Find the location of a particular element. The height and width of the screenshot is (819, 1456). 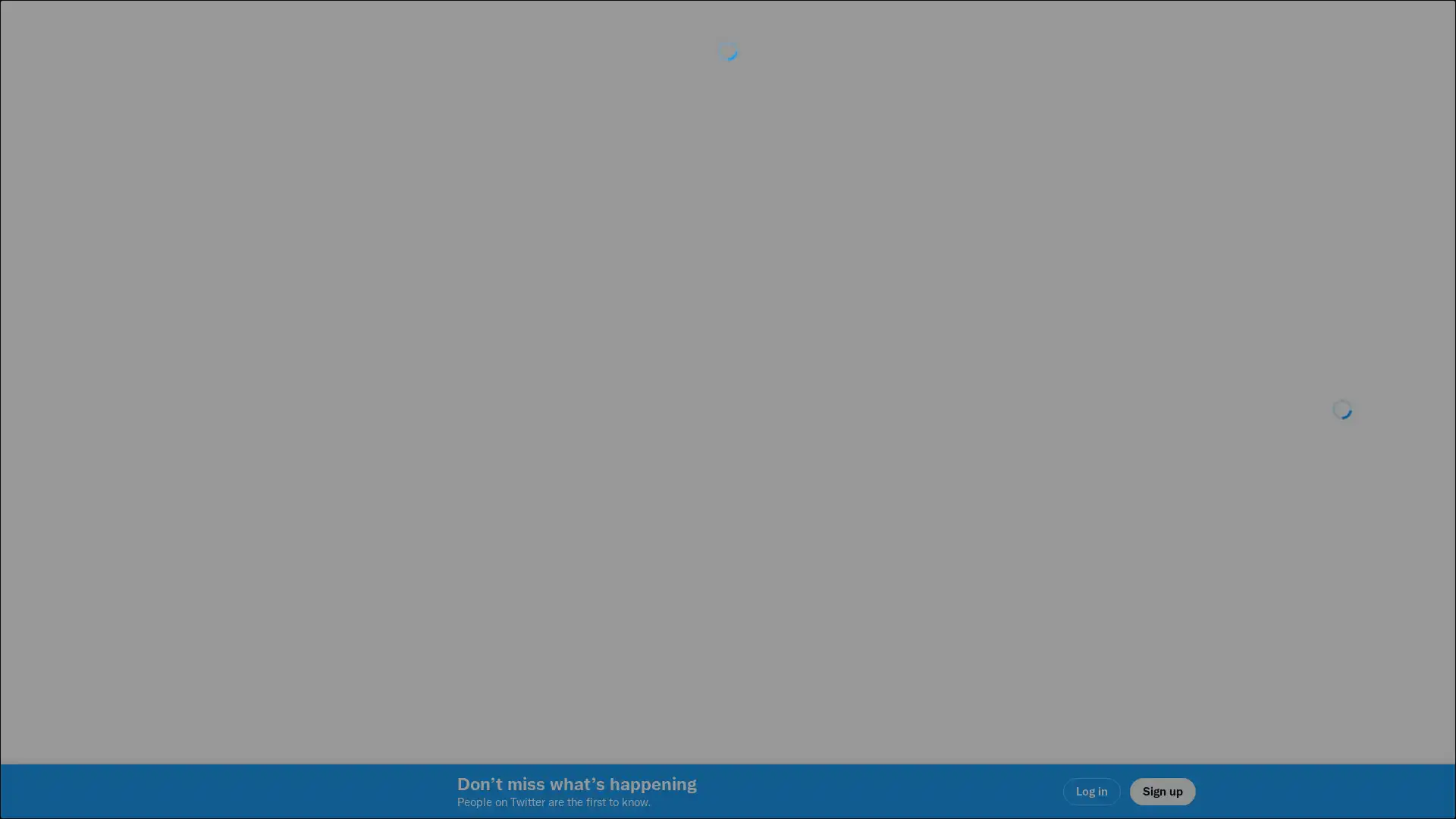

Log in is located at coordinates (910, 516).